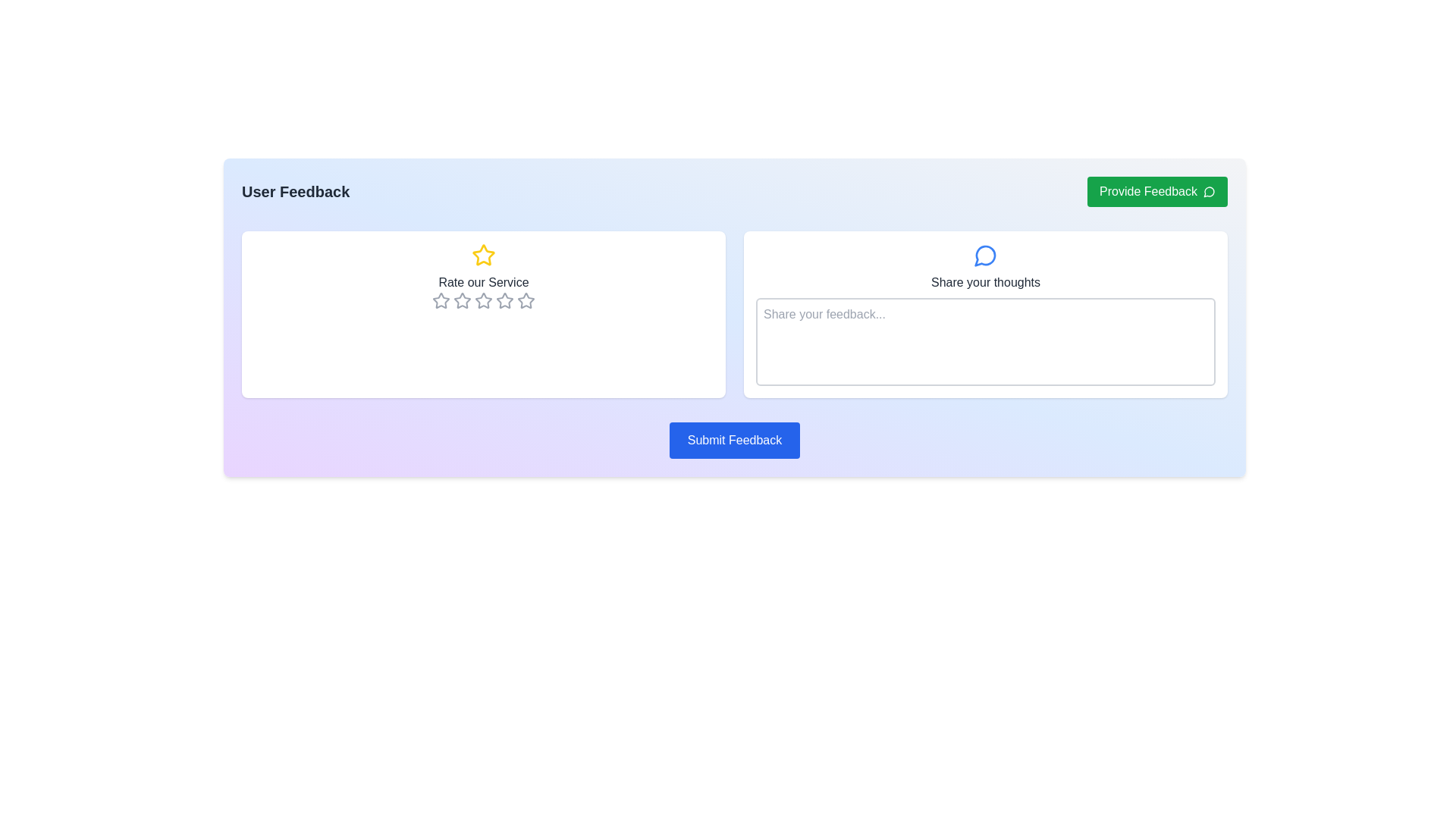 Image resolution: width=1456 pixels, height=819 pixels. What do you see at coordinates (505, 300) in the screenshot?
I see `the third star icon in the 'Rate our Service' section` at bounding box center [505, 300].